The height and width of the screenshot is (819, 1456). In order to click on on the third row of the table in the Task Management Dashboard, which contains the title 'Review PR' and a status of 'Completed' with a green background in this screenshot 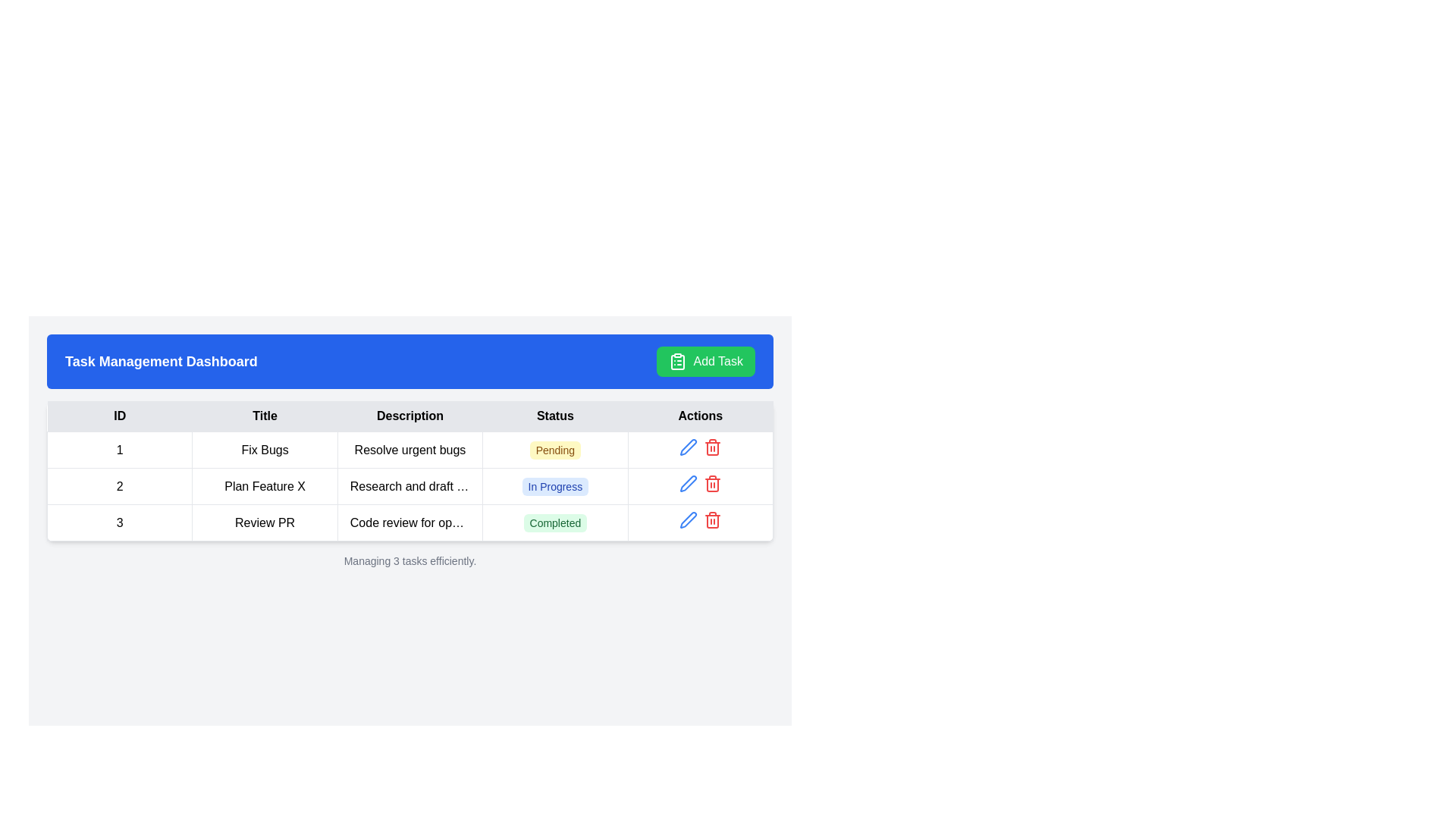, I will do `click(410, 522)`.